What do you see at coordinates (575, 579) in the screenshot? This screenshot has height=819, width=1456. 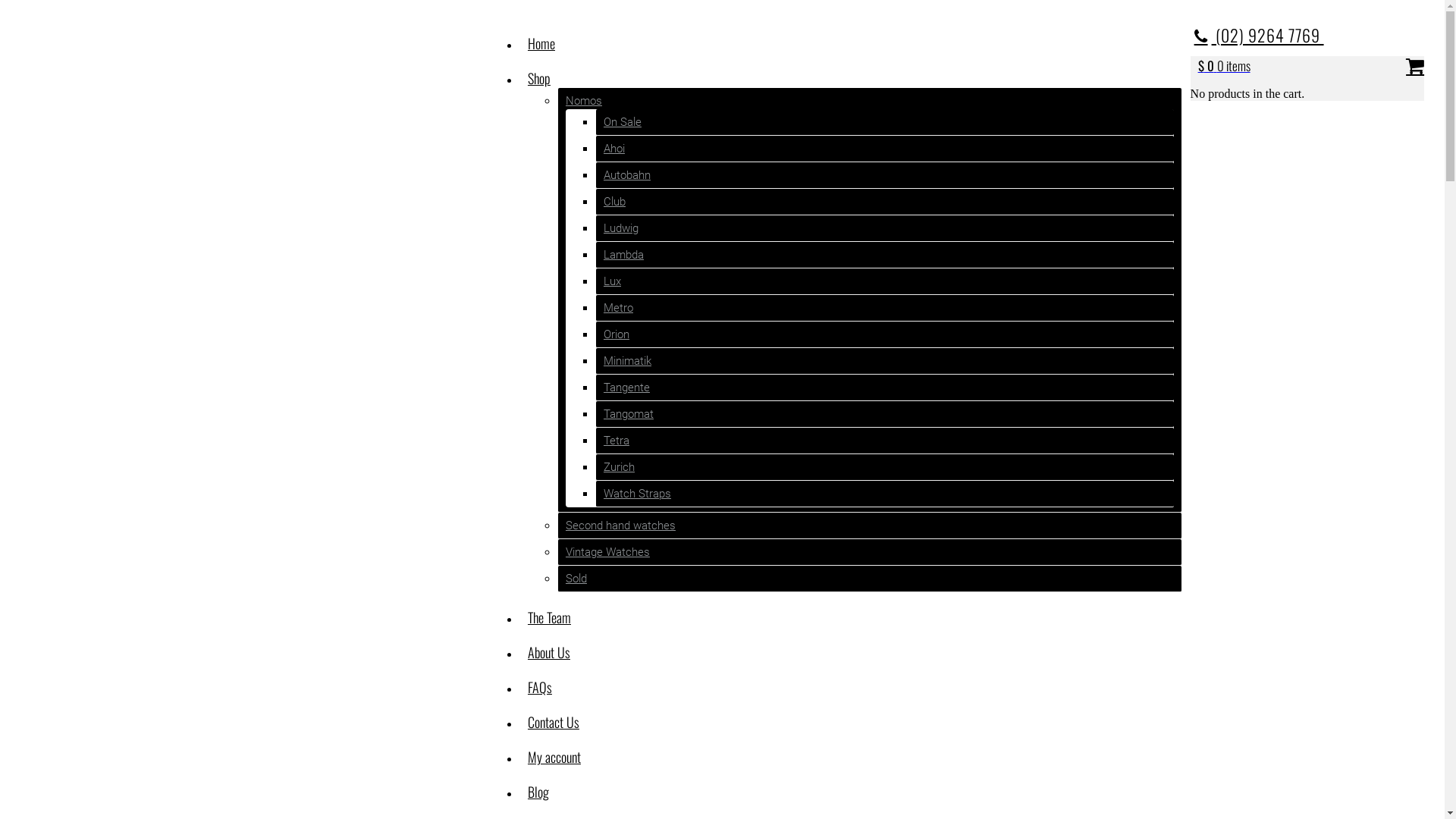 I see `'Sold'` at bounding box center [575, 579].